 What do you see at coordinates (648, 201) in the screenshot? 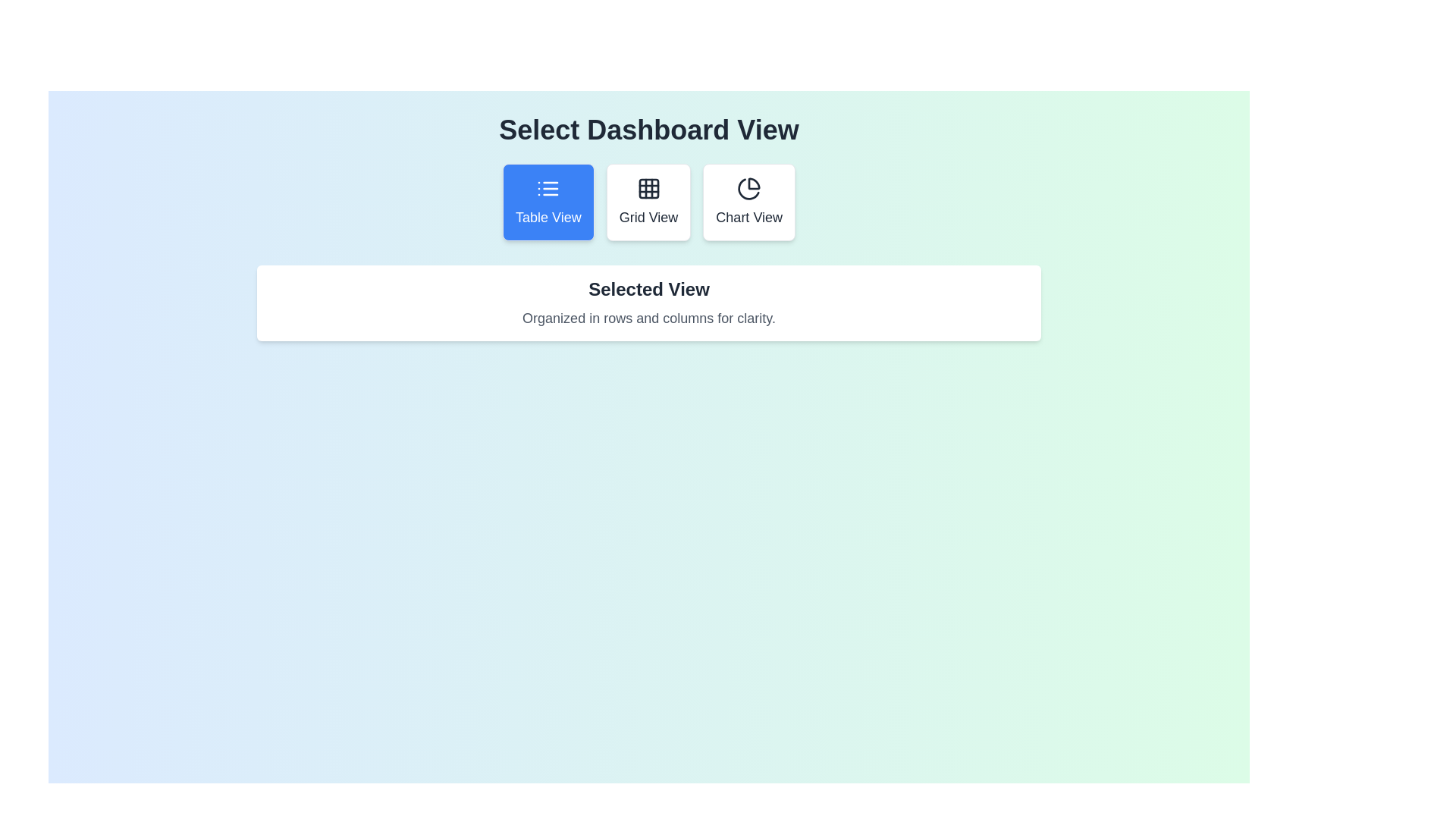
I see `the Grid View button to see its hover effect` at bounding box center [648, 201].